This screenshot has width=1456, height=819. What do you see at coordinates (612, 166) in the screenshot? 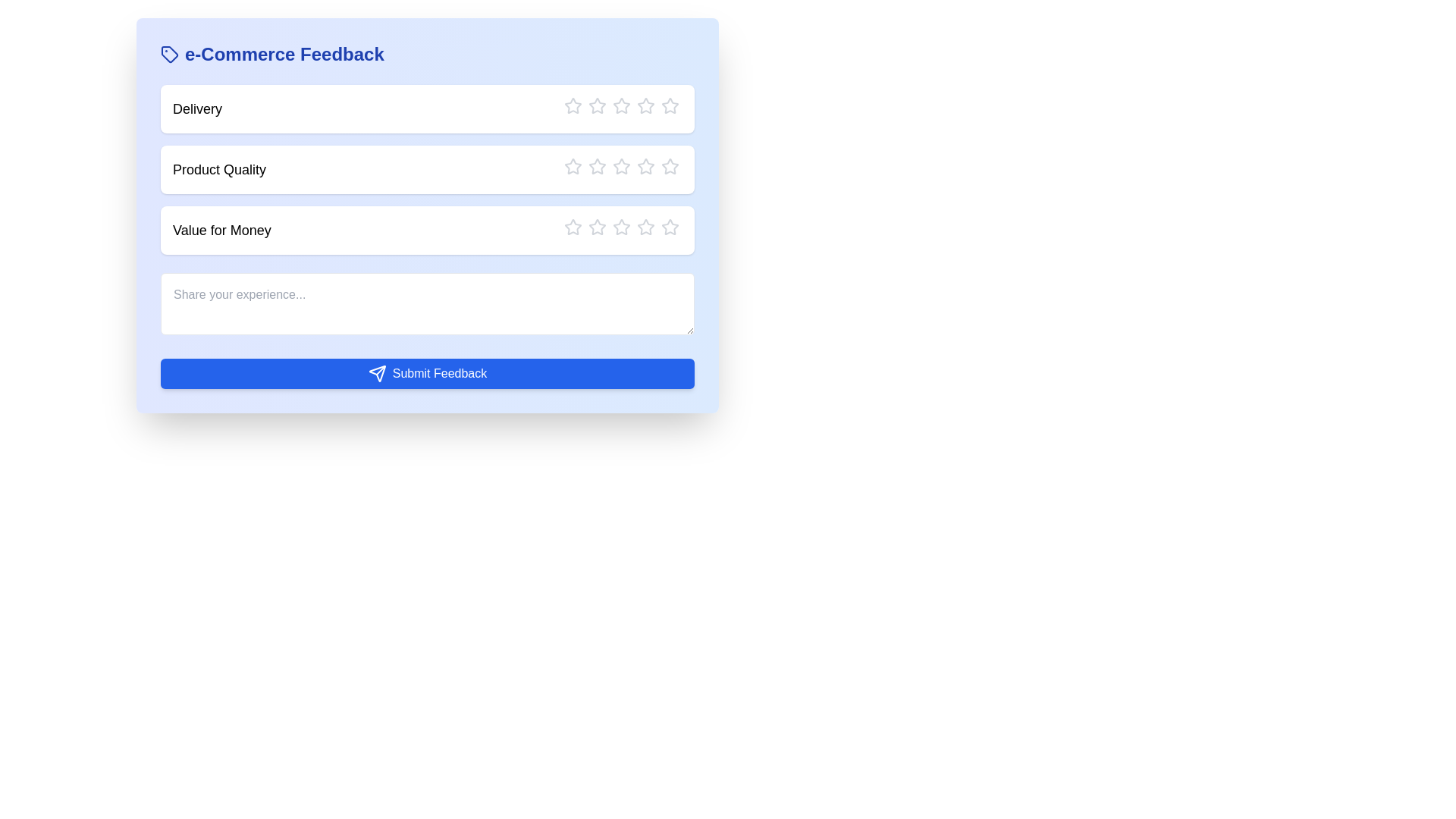
I see `the star corresponding to the rating 3 for the category Product Quality` at bounding box center [612, 166].